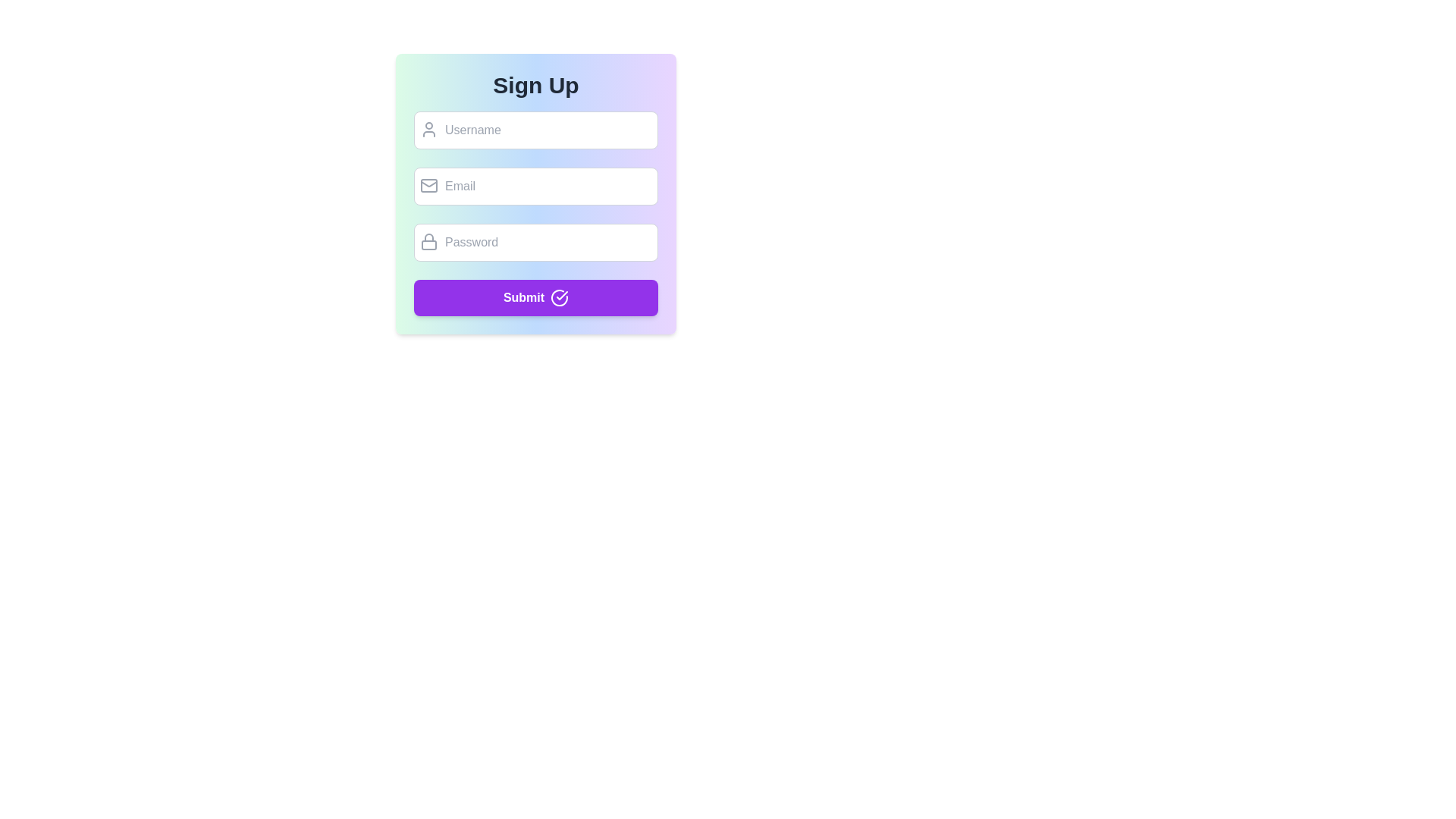  What do you see at coordinates (428, 185) in the screenshot?
I see `the email input field icon which visually indicates the purpose of the adjacent email address input field in the sign-up form` at bounding box center [428, 185].